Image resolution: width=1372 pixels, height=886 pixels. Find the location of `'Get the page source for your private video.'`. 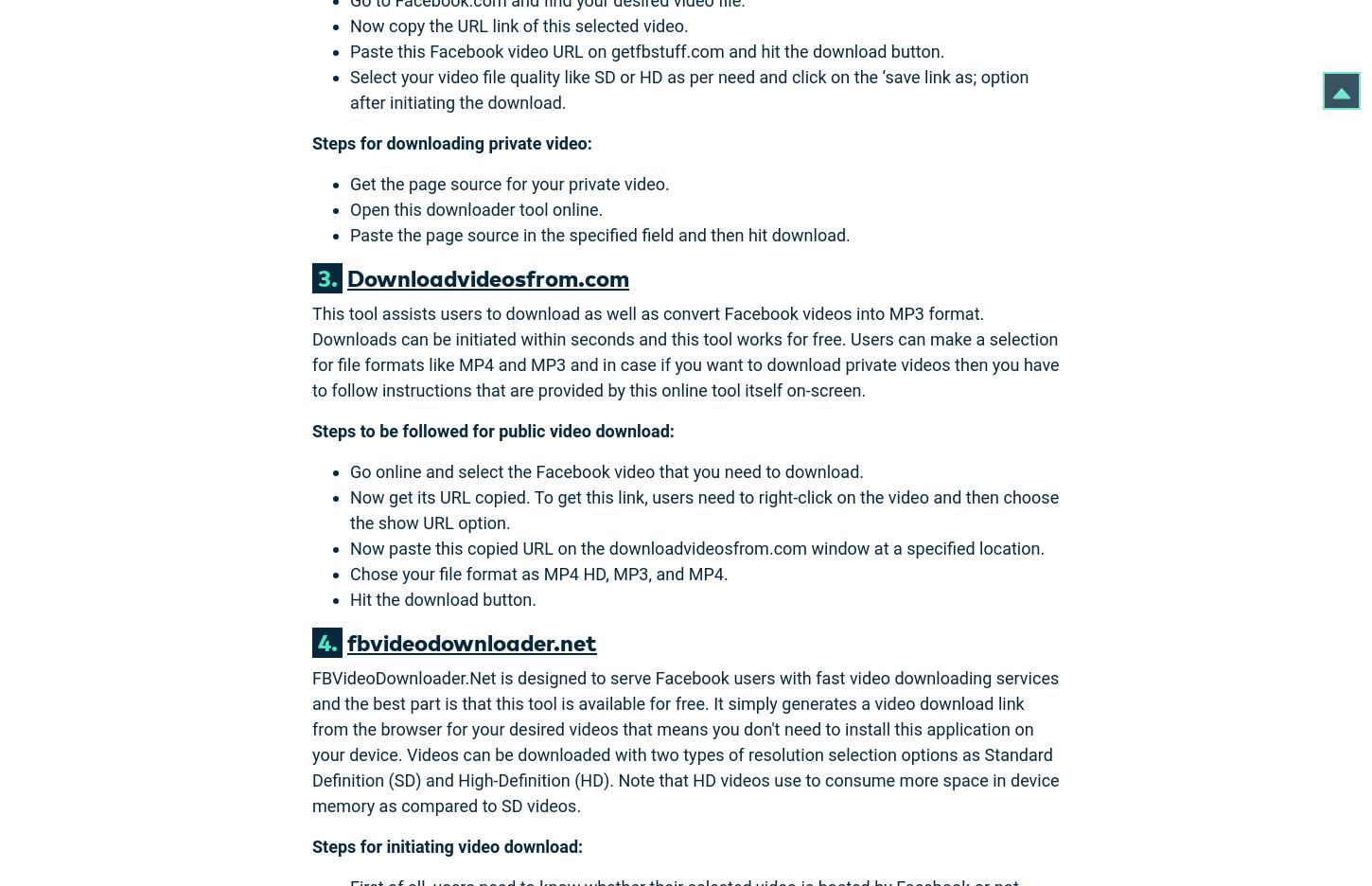

'Get the page source for your private video.' is located at coordinates (349, 182).